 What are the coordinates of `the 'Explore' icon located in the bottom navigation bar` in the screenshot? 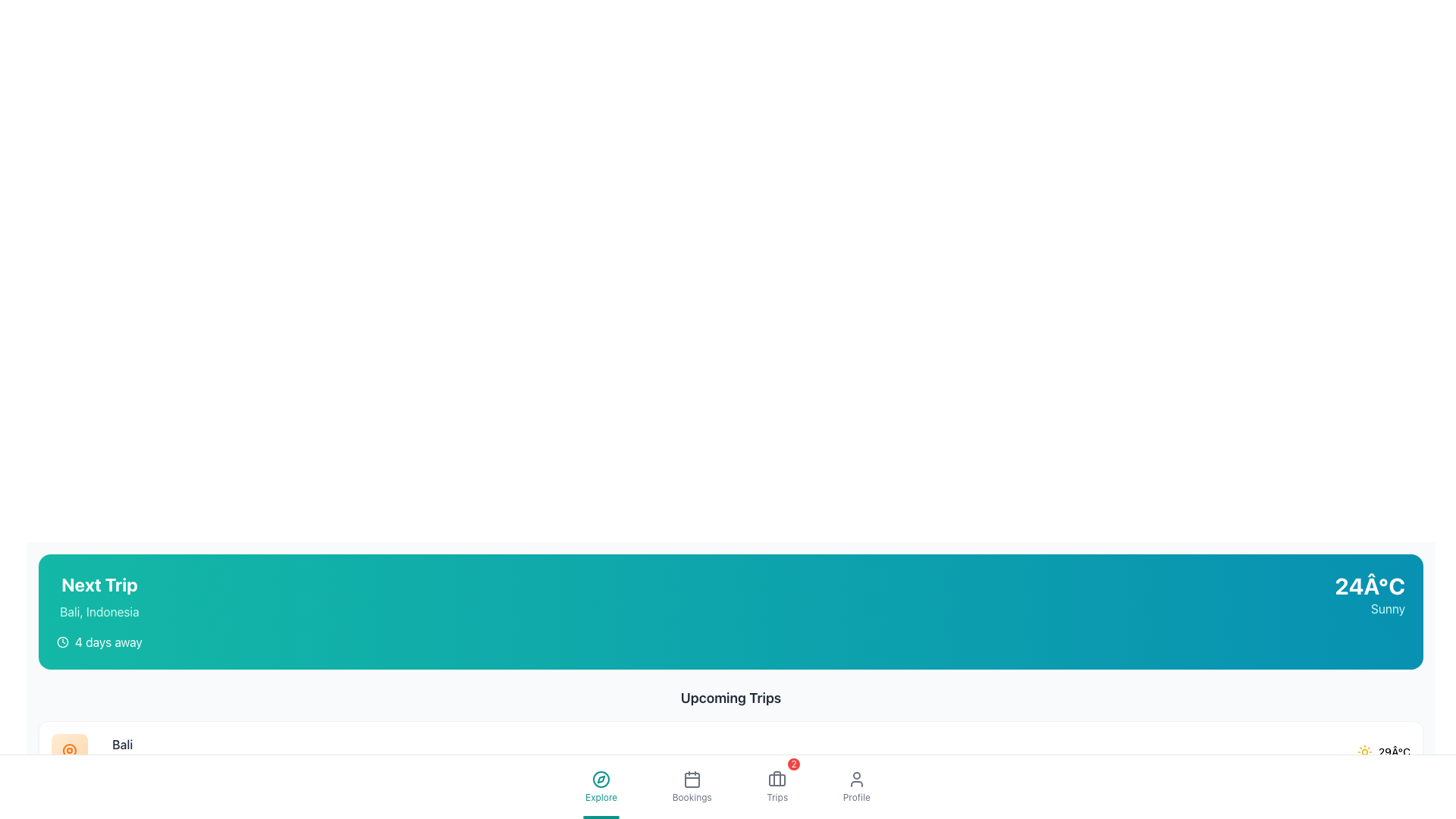 It's located at (601, 780).